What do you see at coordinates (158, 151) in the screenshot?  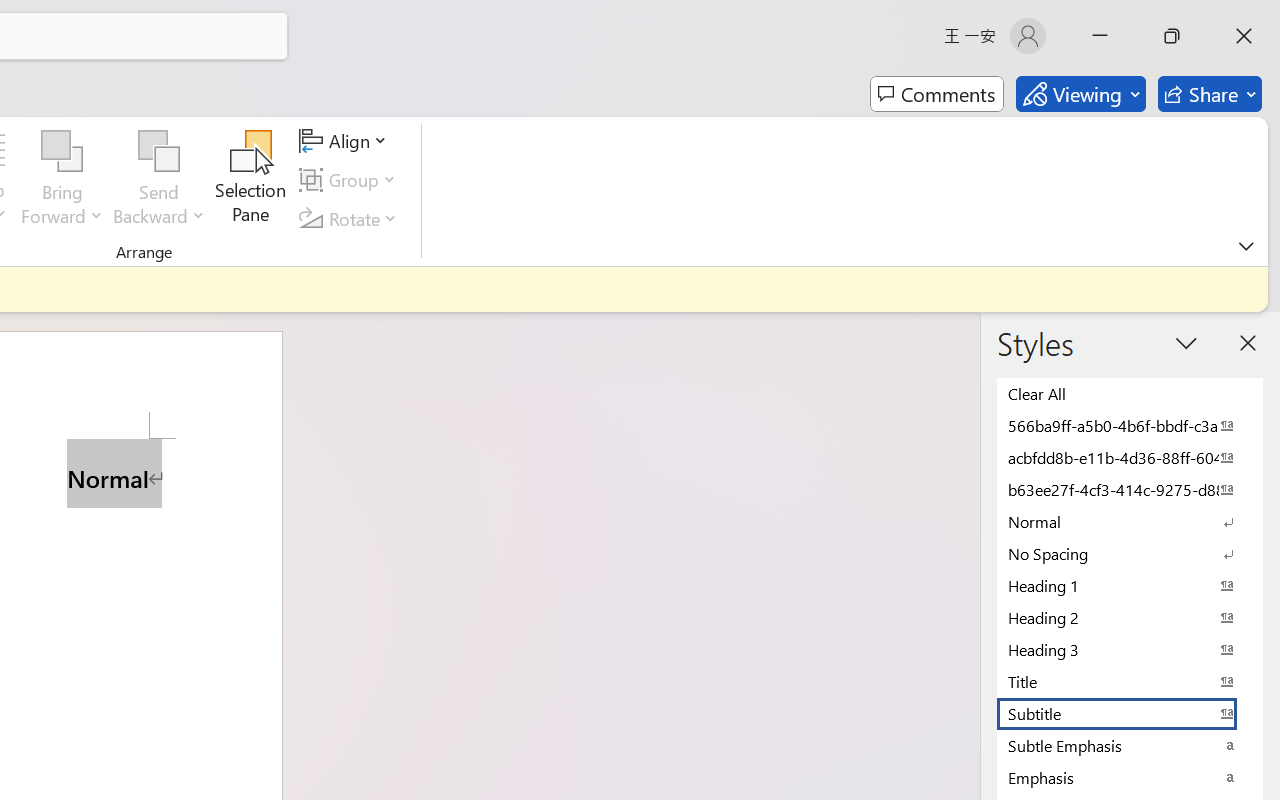 I see `'Send Backward'` at bounding box center [158, 151].